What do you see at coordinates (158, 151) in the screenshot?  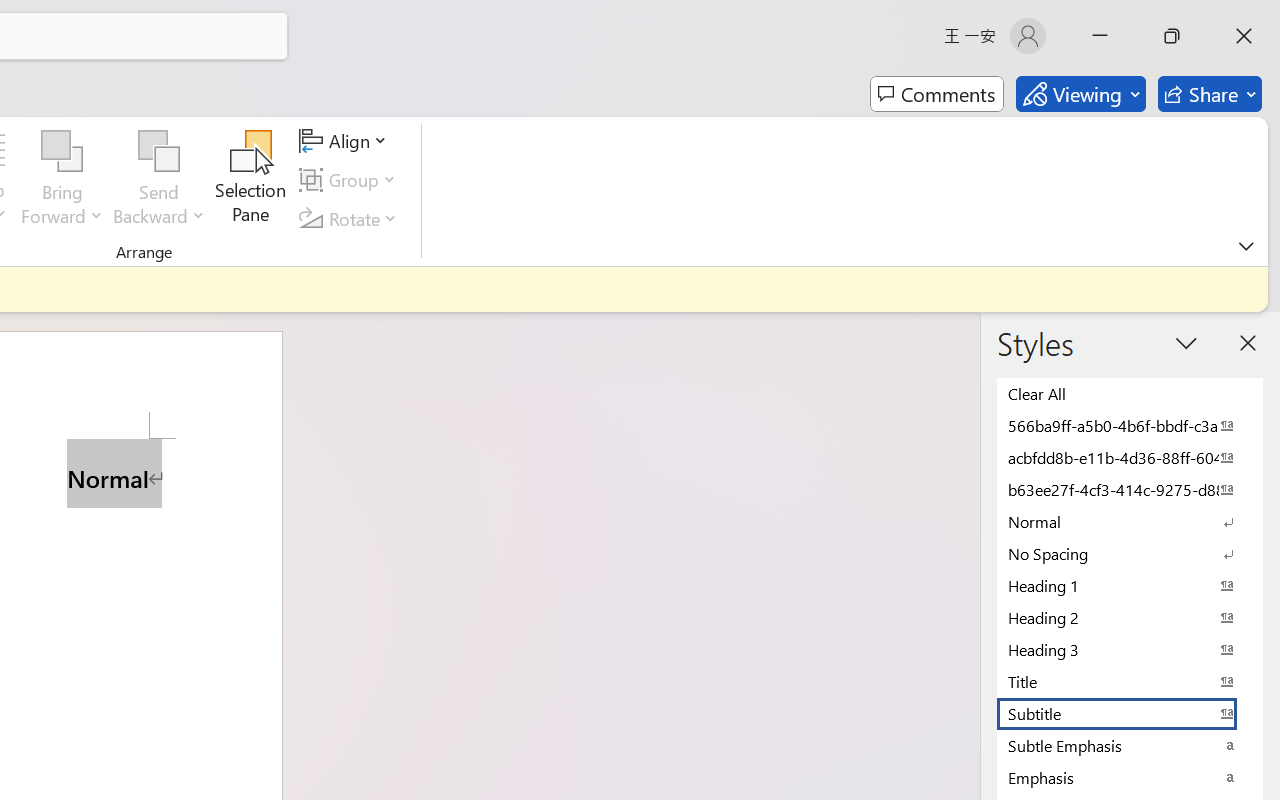 I see `'Send Backward'` at bounding box center [158, 151].